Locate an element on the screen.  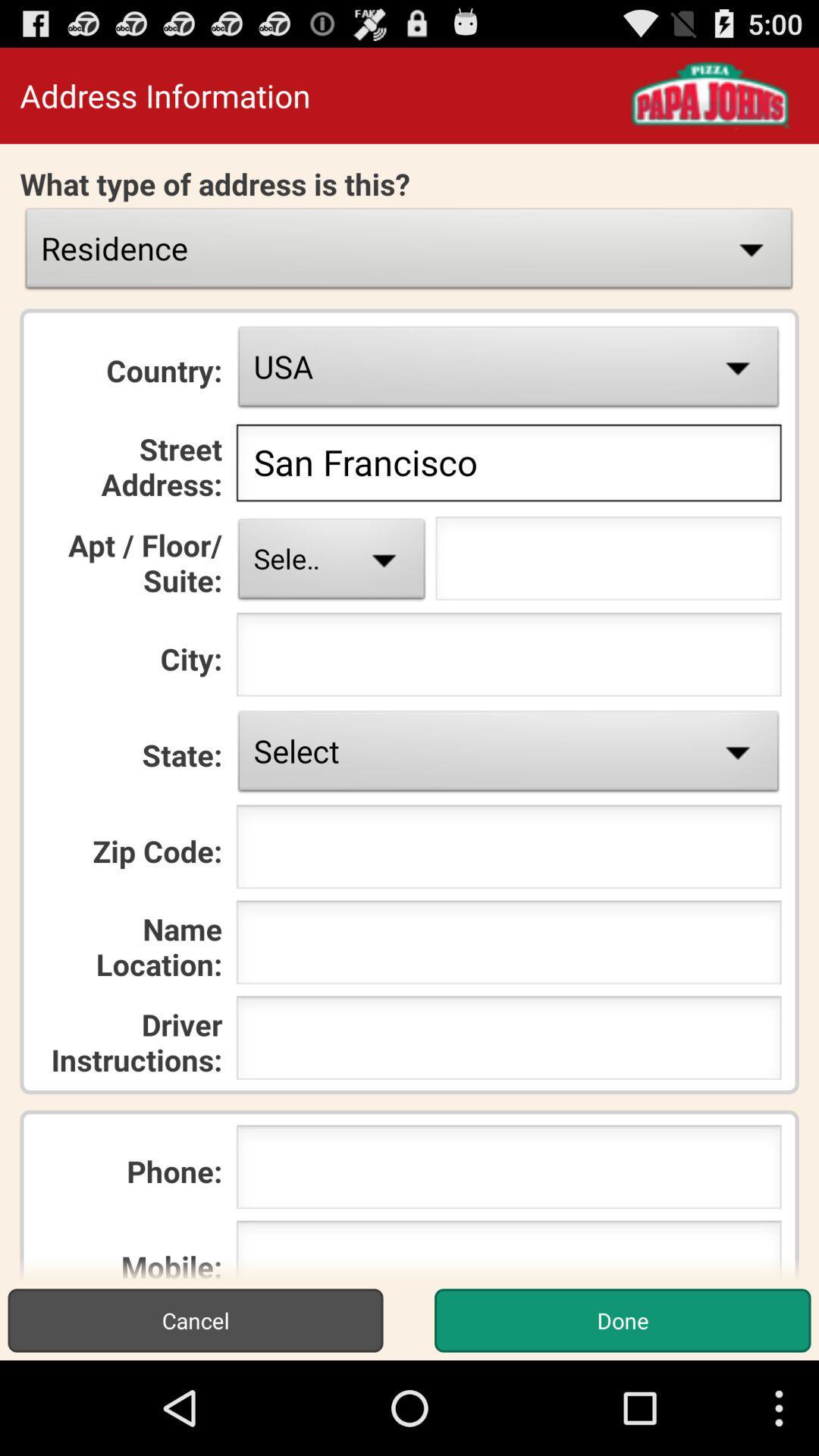
the name is located at coordinates (509, 946).